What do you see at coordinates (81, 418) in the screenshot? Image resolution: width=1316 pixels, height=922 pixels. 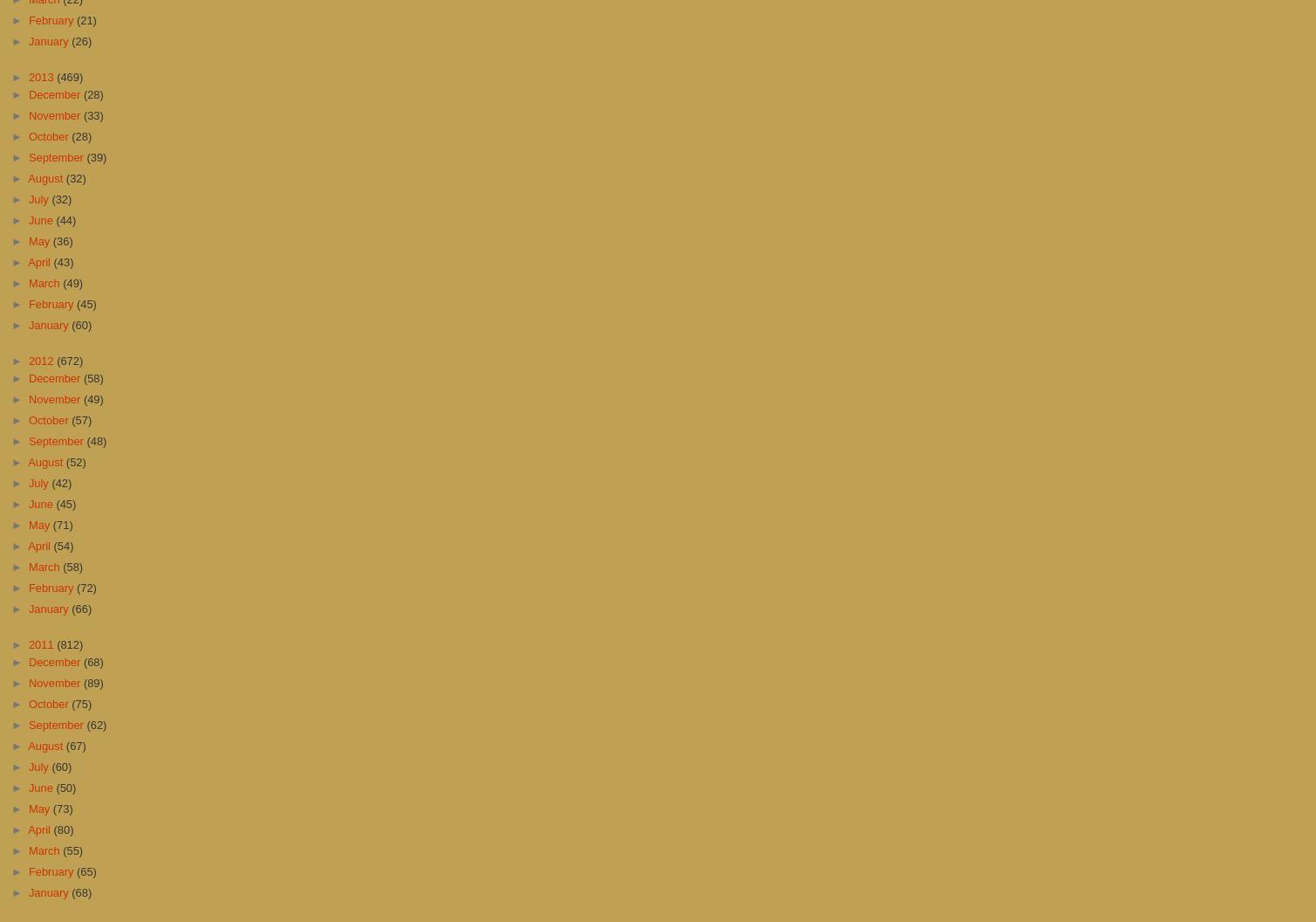 I see `'(57)'` at bounding box center [81, 418].